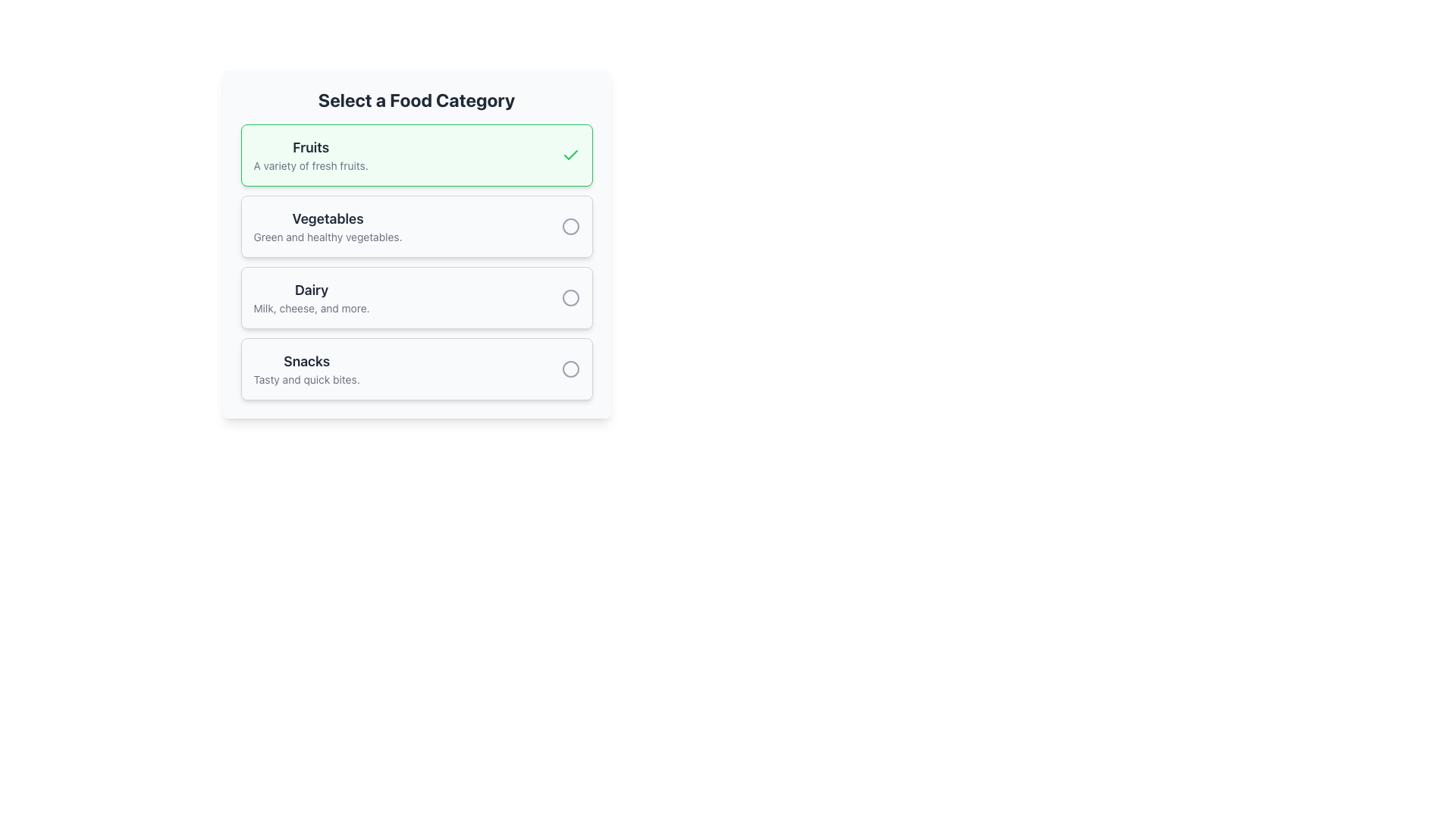  What do you see at coordinates (327, 237) in the screenshot?
I see `the text located below the 'Vegetables' title, which provides a brief description or tagline for the 'Vegetables' category` at bounding box center [327, 237].